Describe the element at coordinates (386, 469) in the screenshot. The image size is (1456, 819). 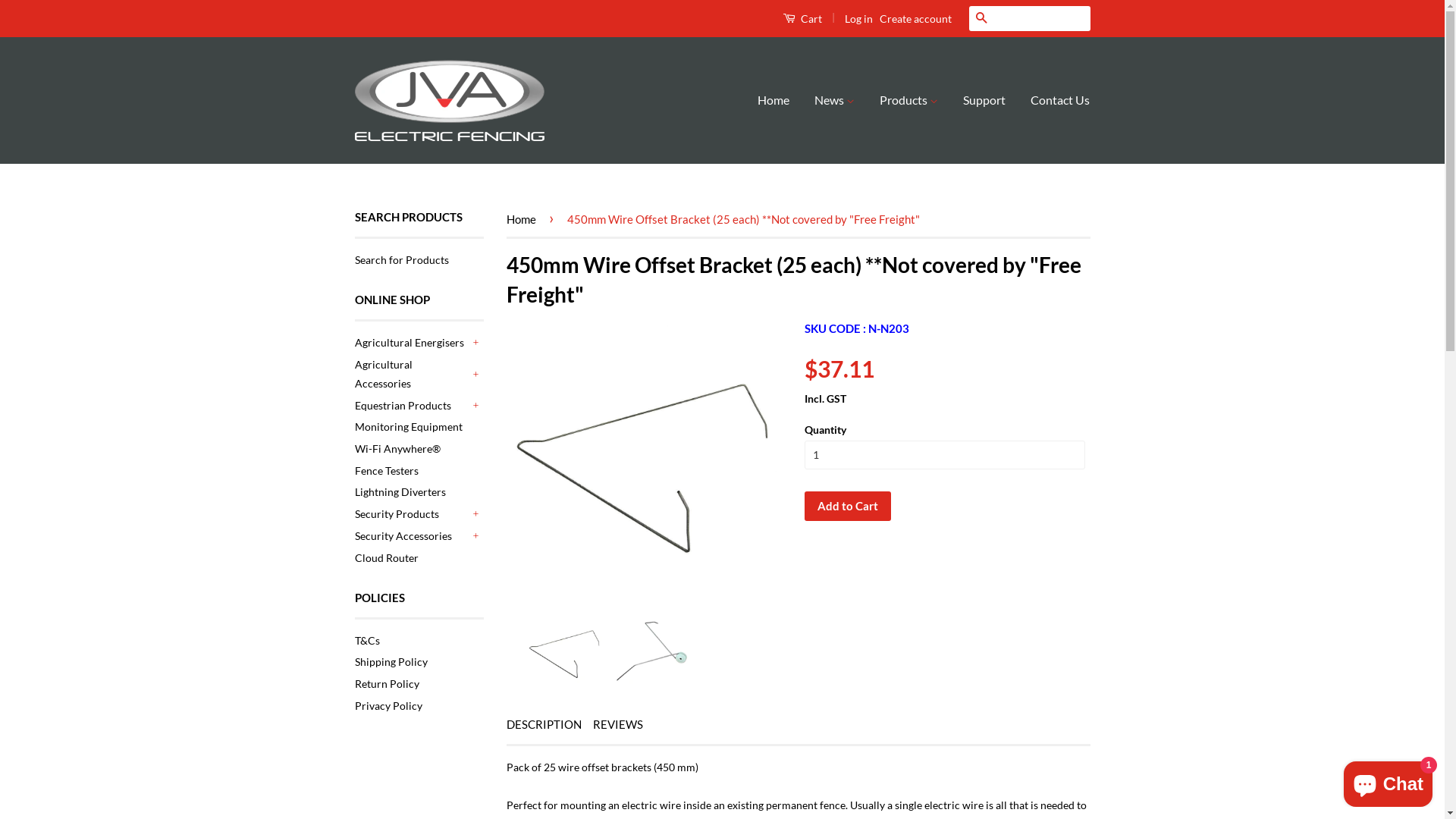
I see `'Fence Testers'` at that location.